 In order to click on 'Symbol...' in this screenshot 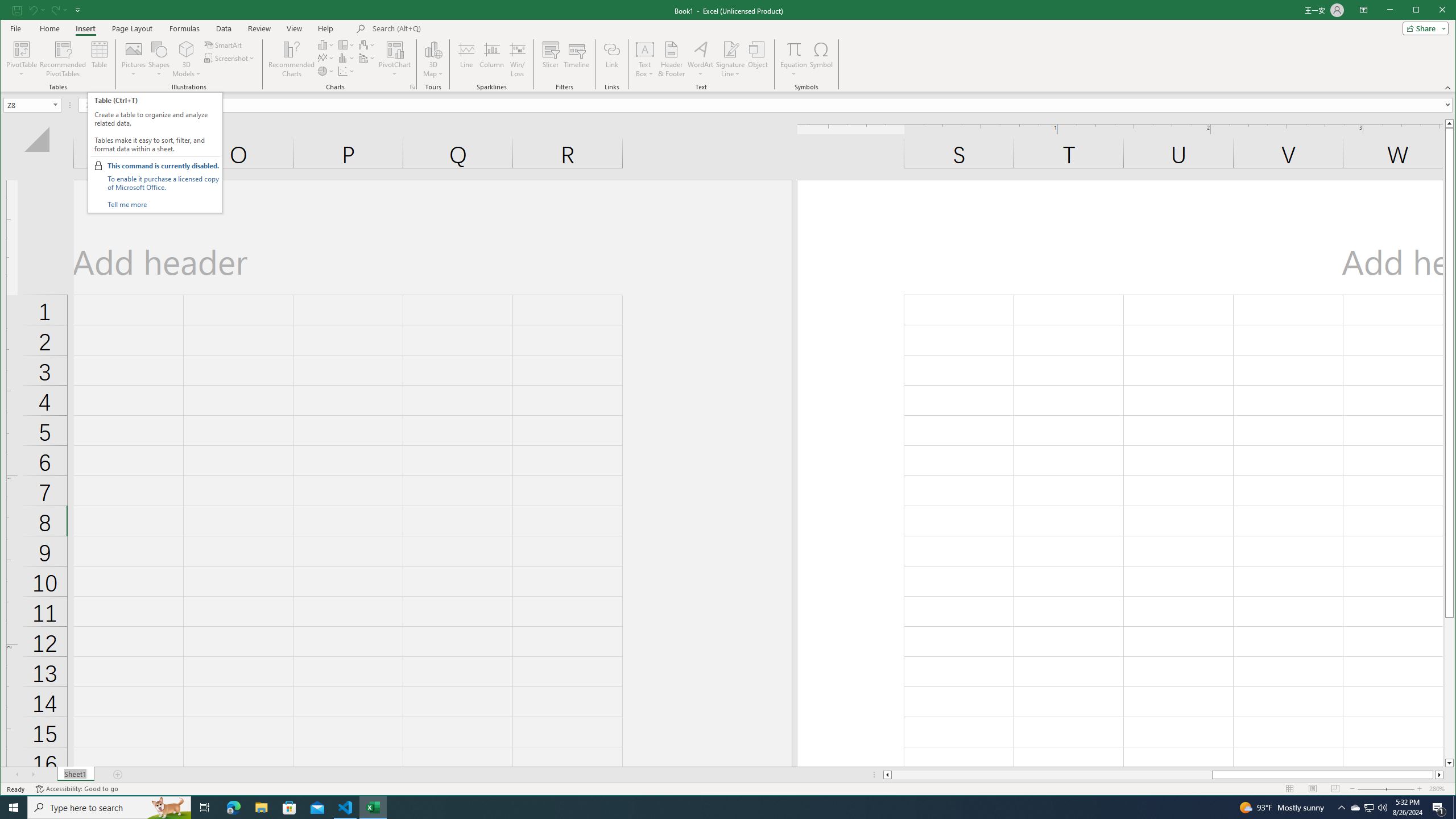, I will do `click(821, 59)`.